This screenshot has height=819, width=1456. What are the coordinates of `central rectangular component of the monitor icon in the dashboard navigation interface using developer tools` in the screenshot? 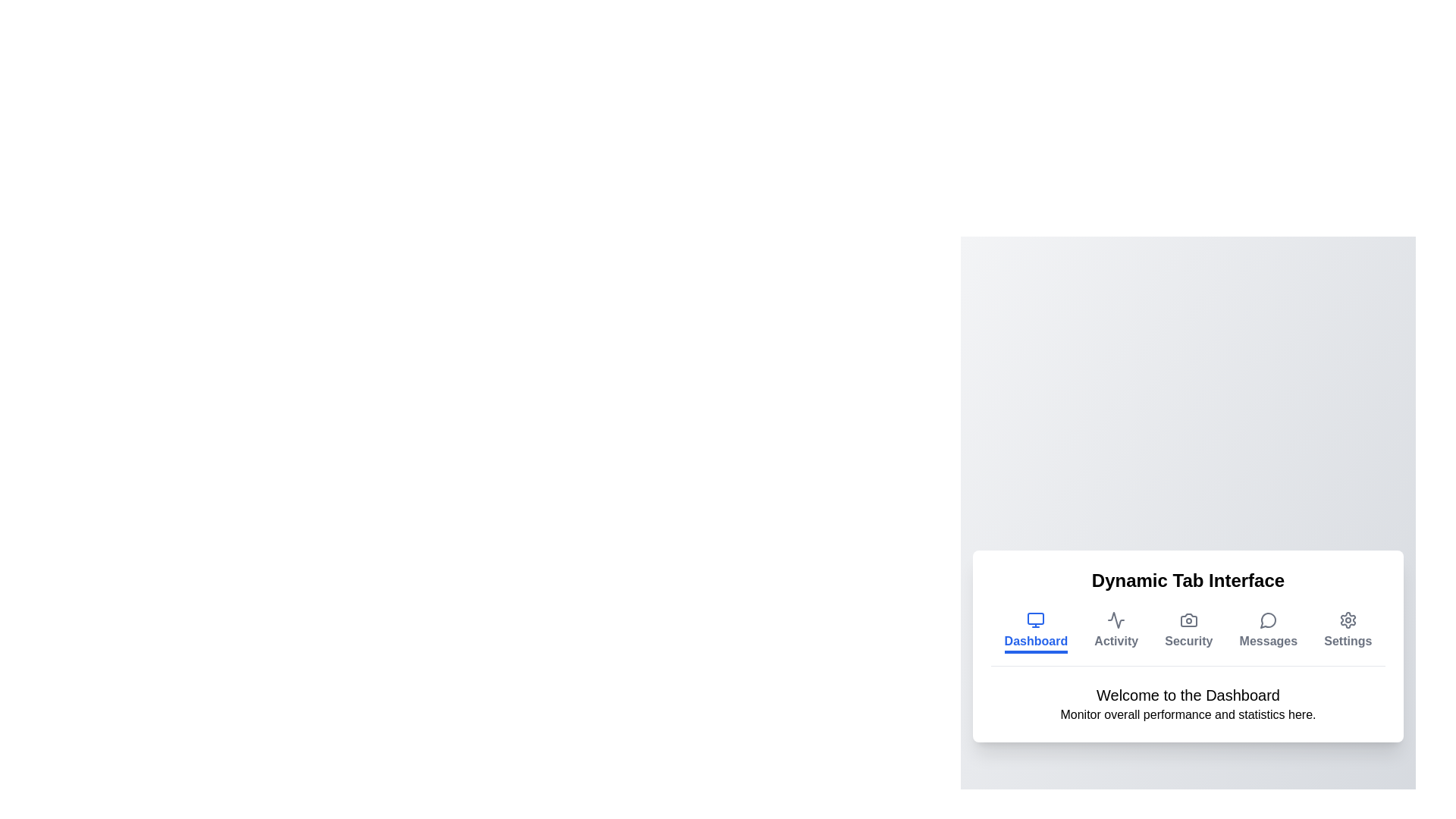 It's located at (1035, 618).